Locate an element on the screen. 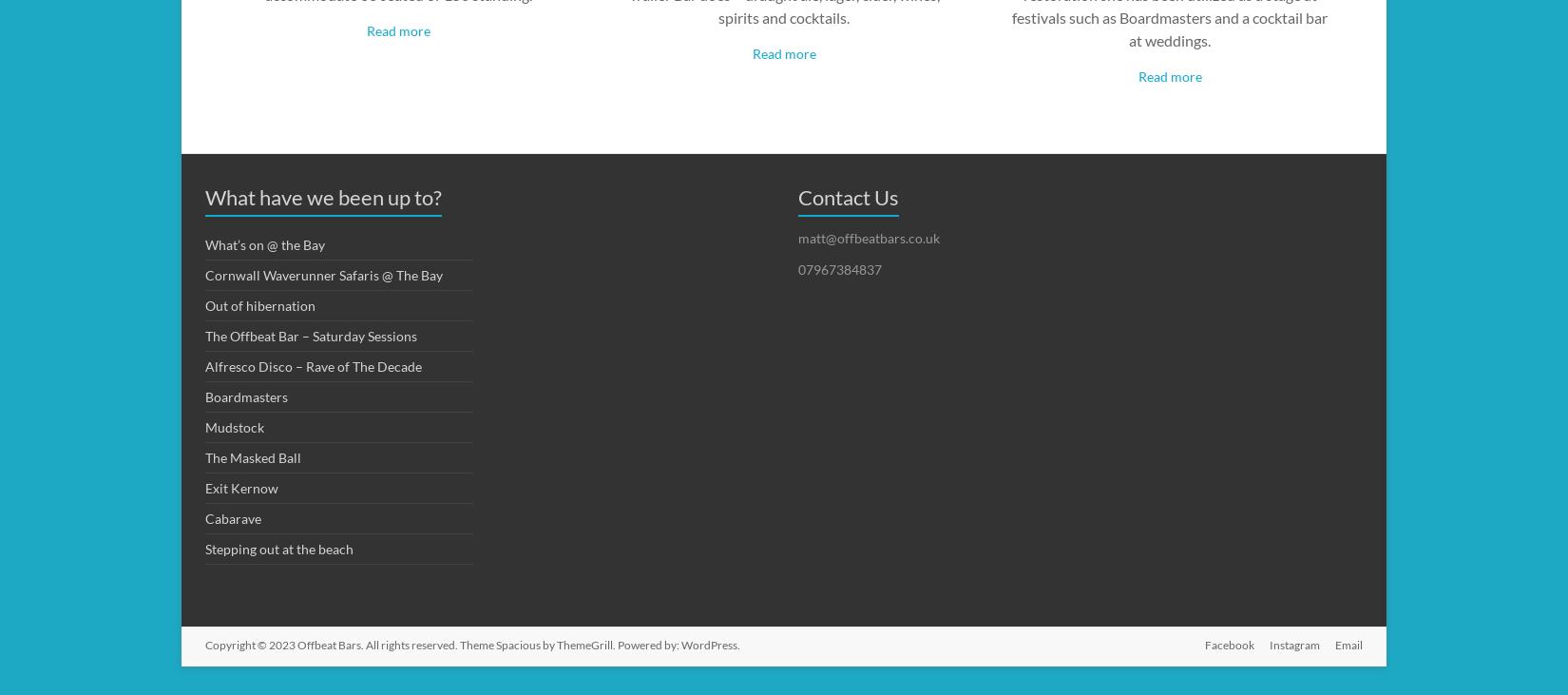 The image size is (1568, 695). 'What’s on @ the Bay' is located at coordinates (204, 242).